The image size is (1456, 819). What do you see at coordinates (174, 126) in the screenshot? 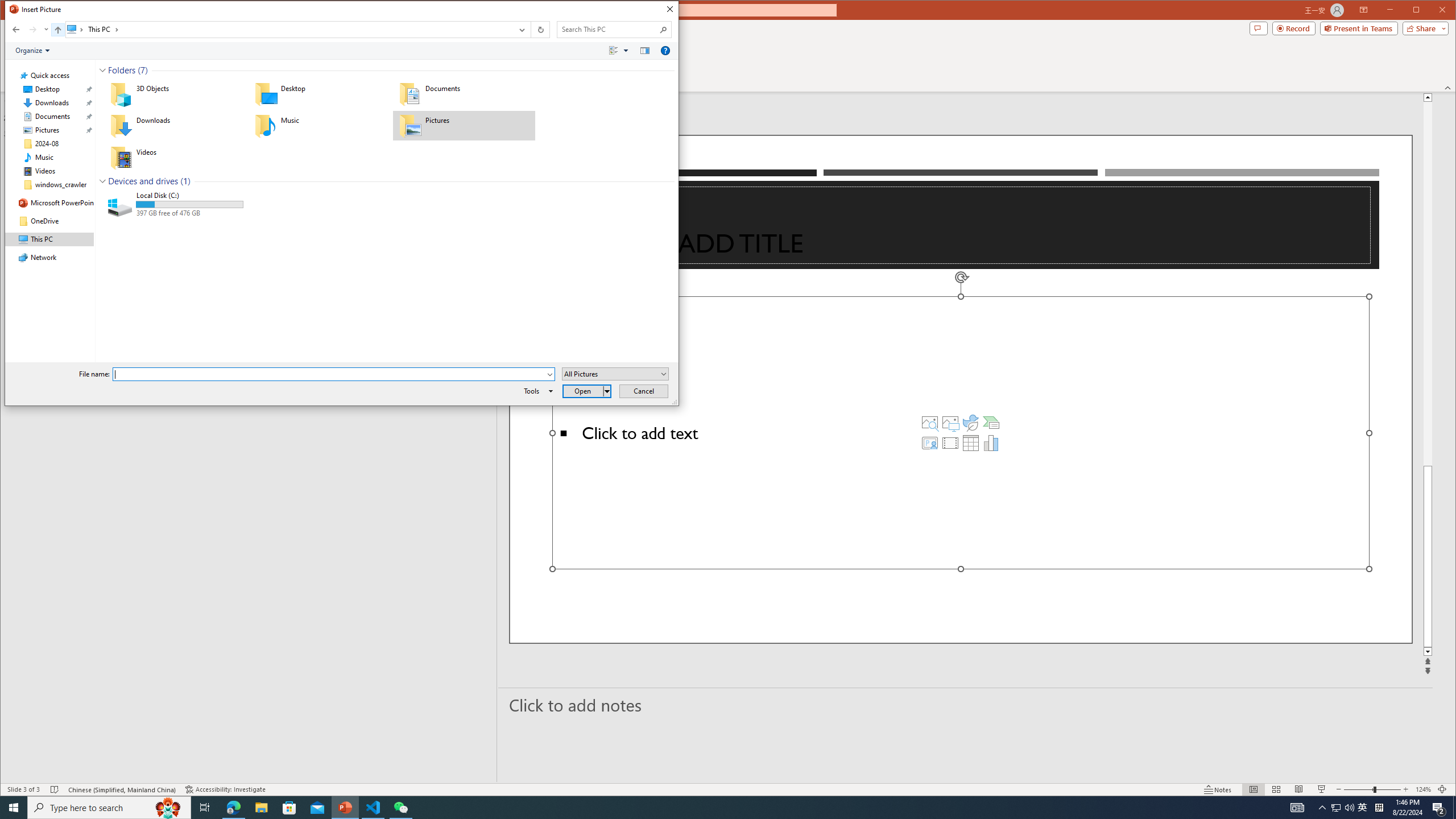
I see `'Downloads'` at bounding box center [174, 126].